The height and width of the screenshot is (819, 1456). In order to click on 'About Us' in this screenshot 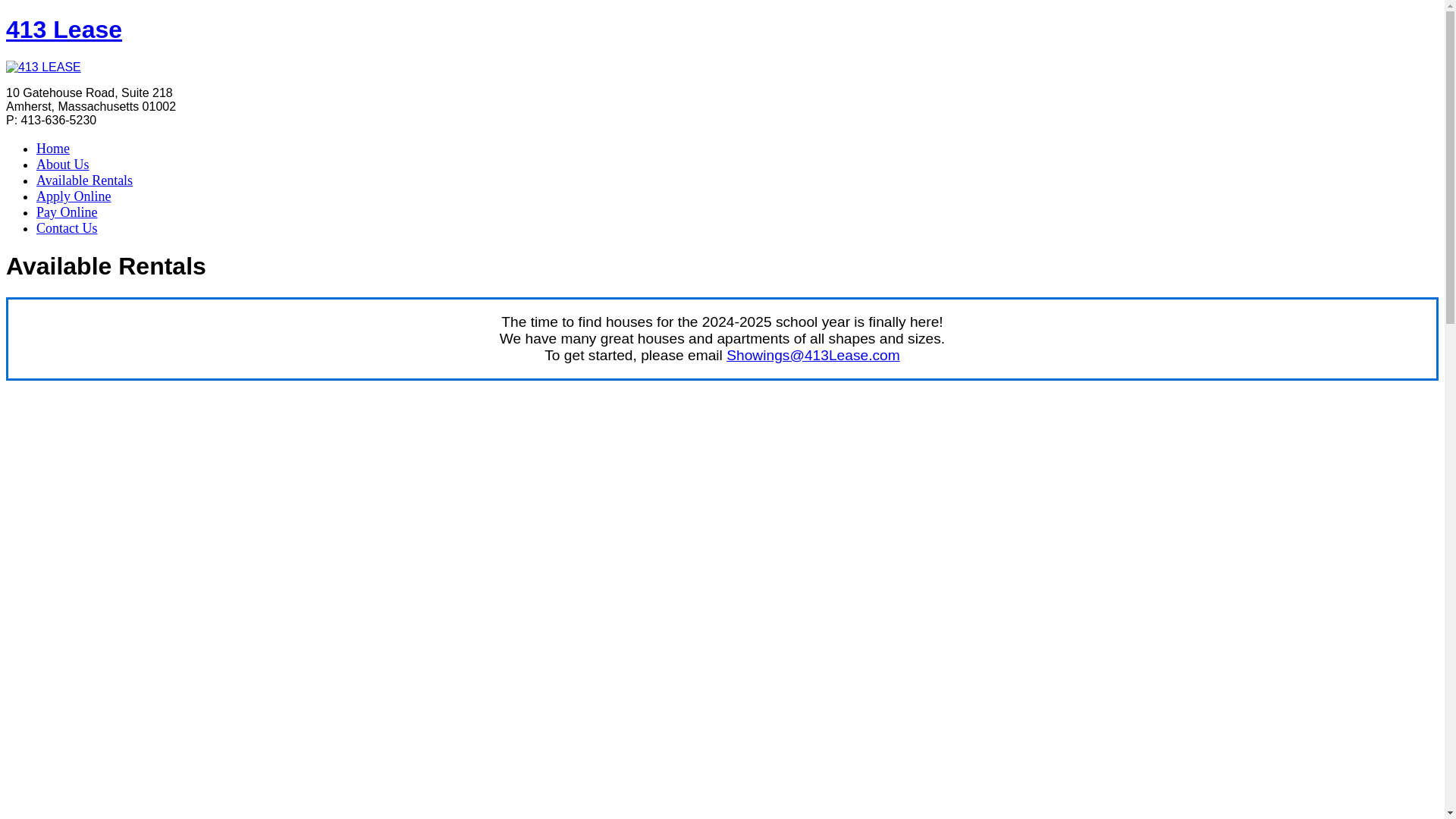, I will do `click(61, 164)`.